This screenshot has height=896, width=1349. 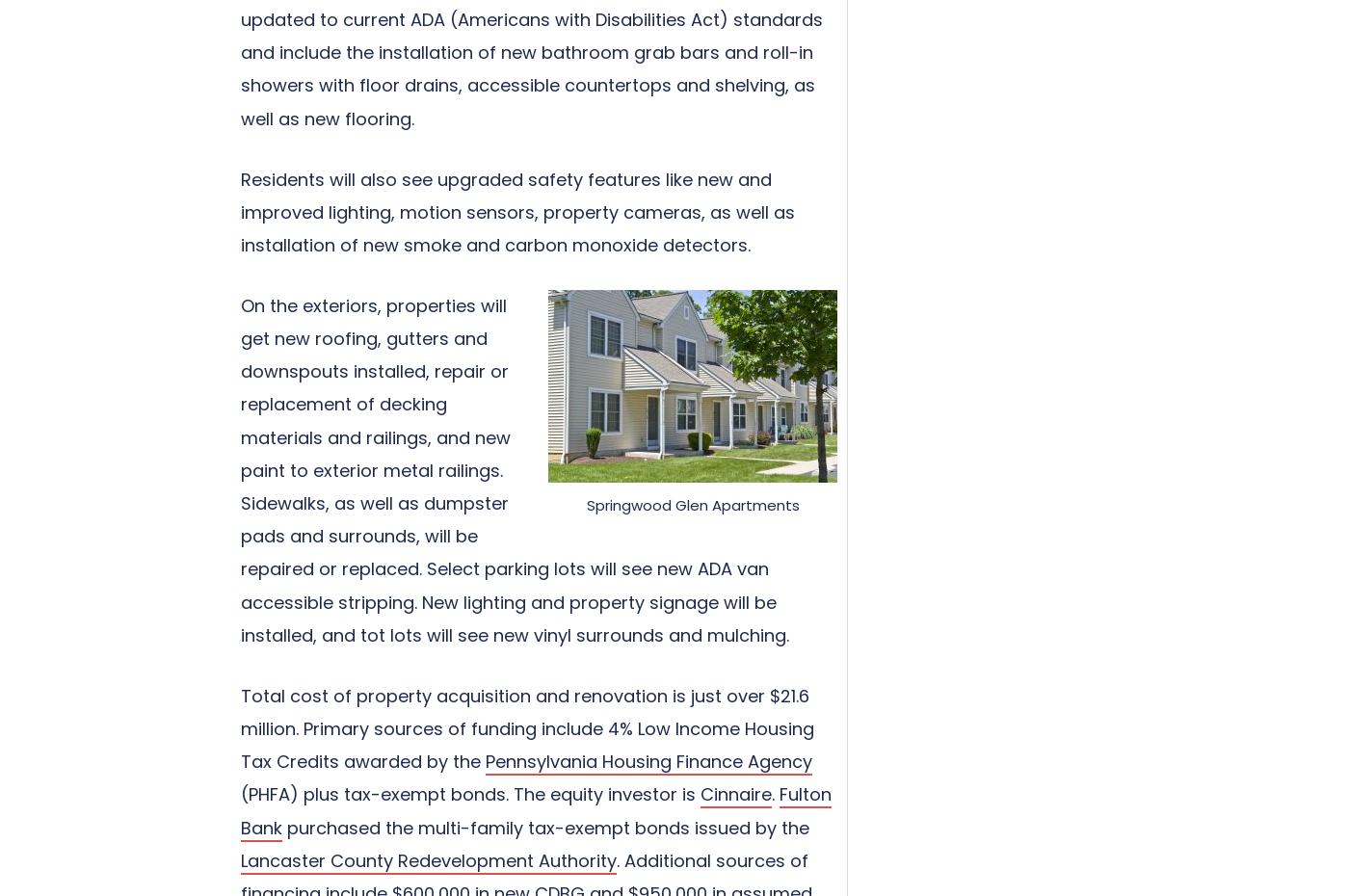 What do you see at coordinates (648, 760) in the screenshot?
I see `'Pennsylvania Housing Finance Agency'` at bounding box center [648, 760].